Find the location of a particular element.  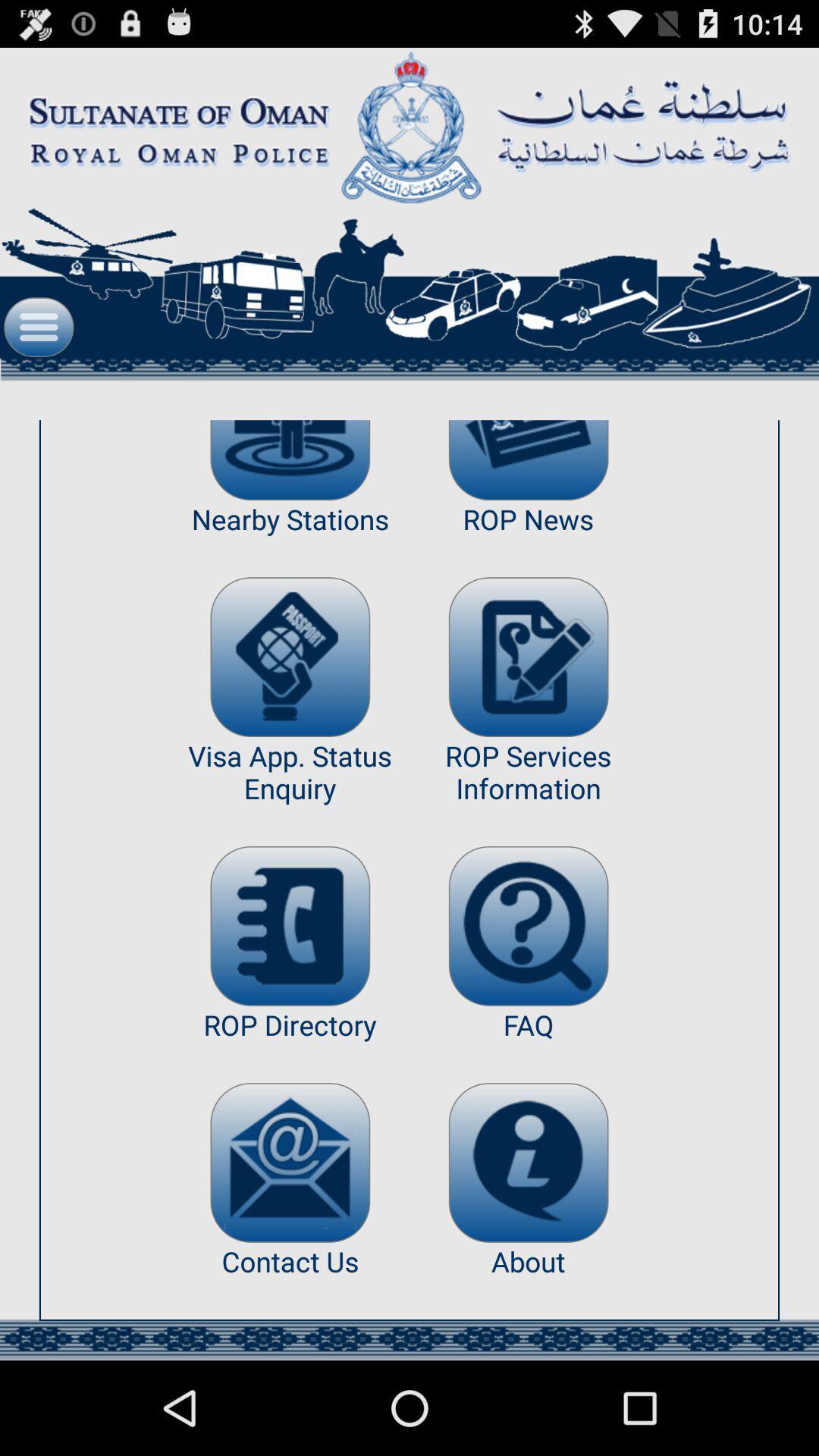

the email icon is located at coordinates (290, 1244).